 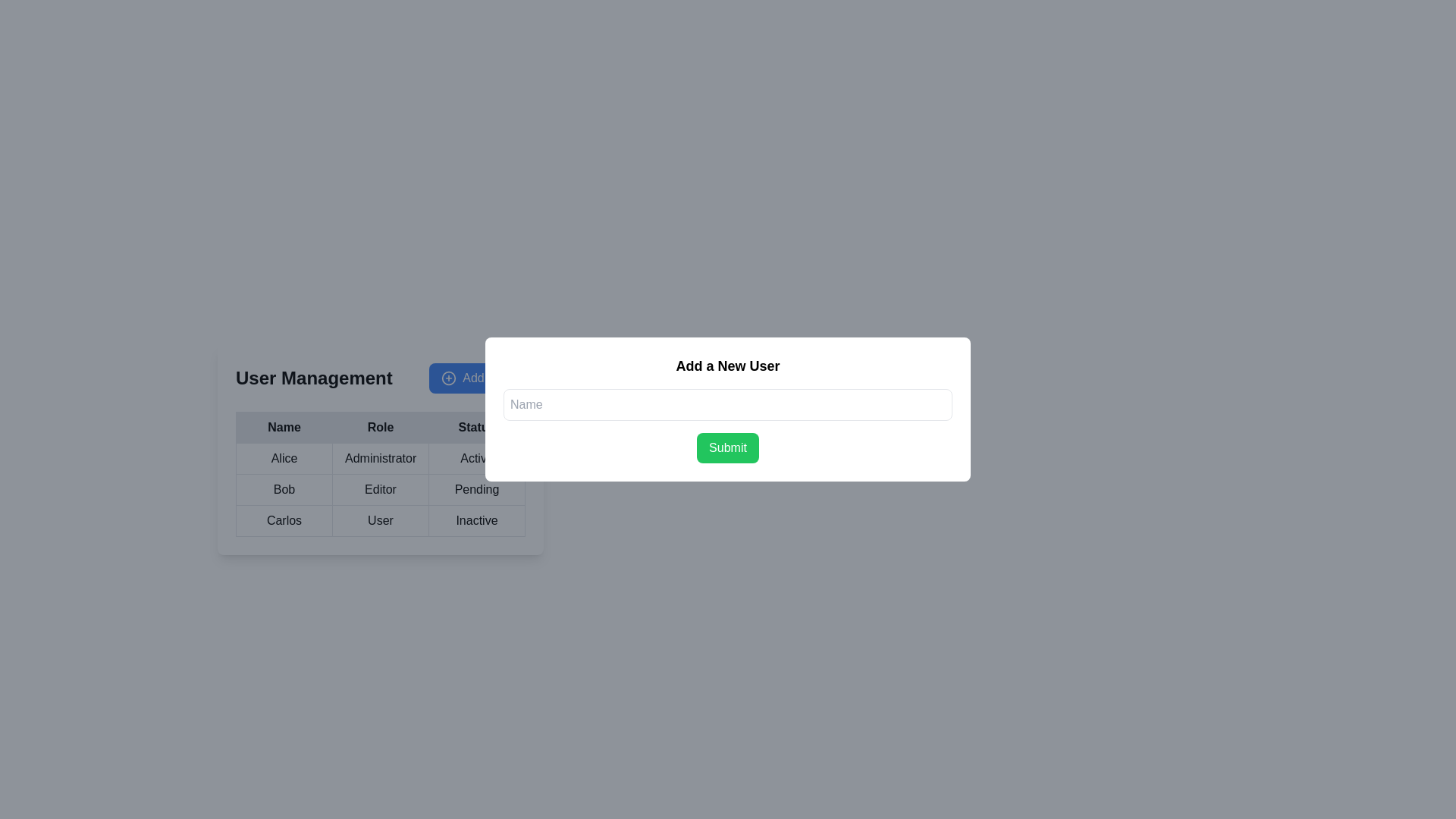 I want to click on the 'Status' text label, which is the third column header in a table layout, displayed in bold black font on a gray background, so click(x=475, y=427).